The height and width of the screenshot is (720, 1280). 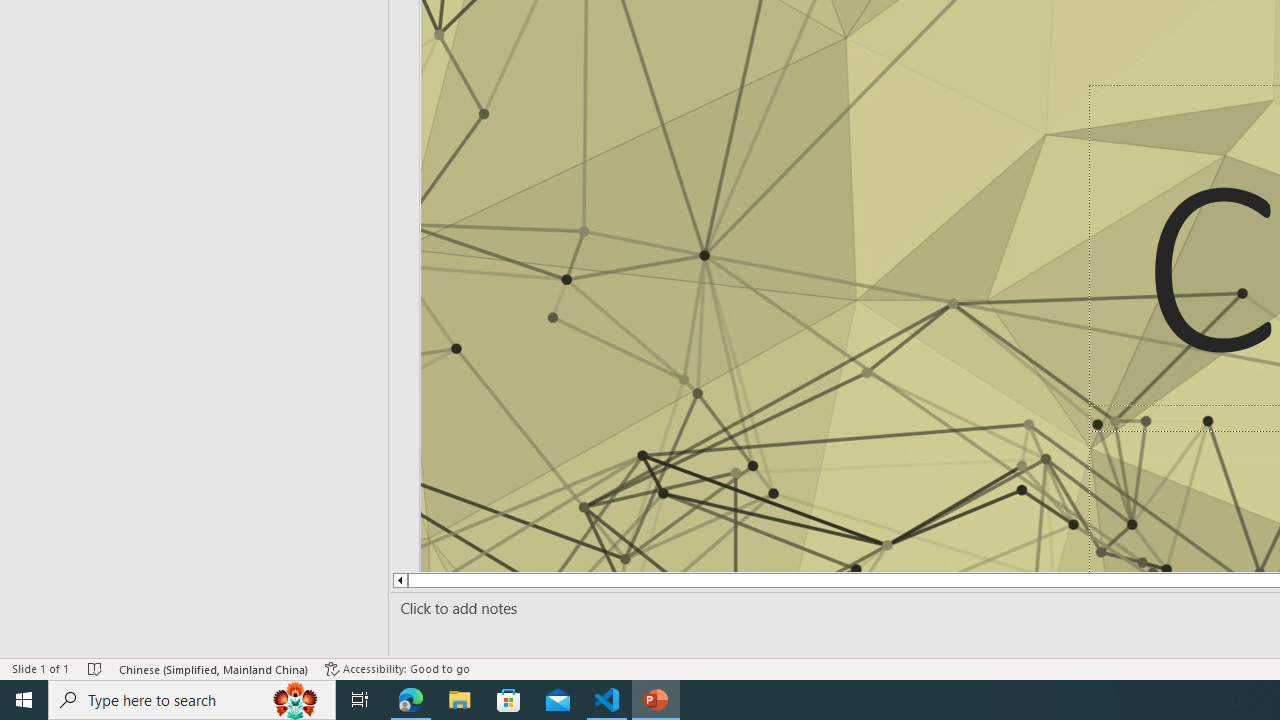 I want to click on 'Accessibility Checker Accessibility: Good to go', so click(x=397, y=669).